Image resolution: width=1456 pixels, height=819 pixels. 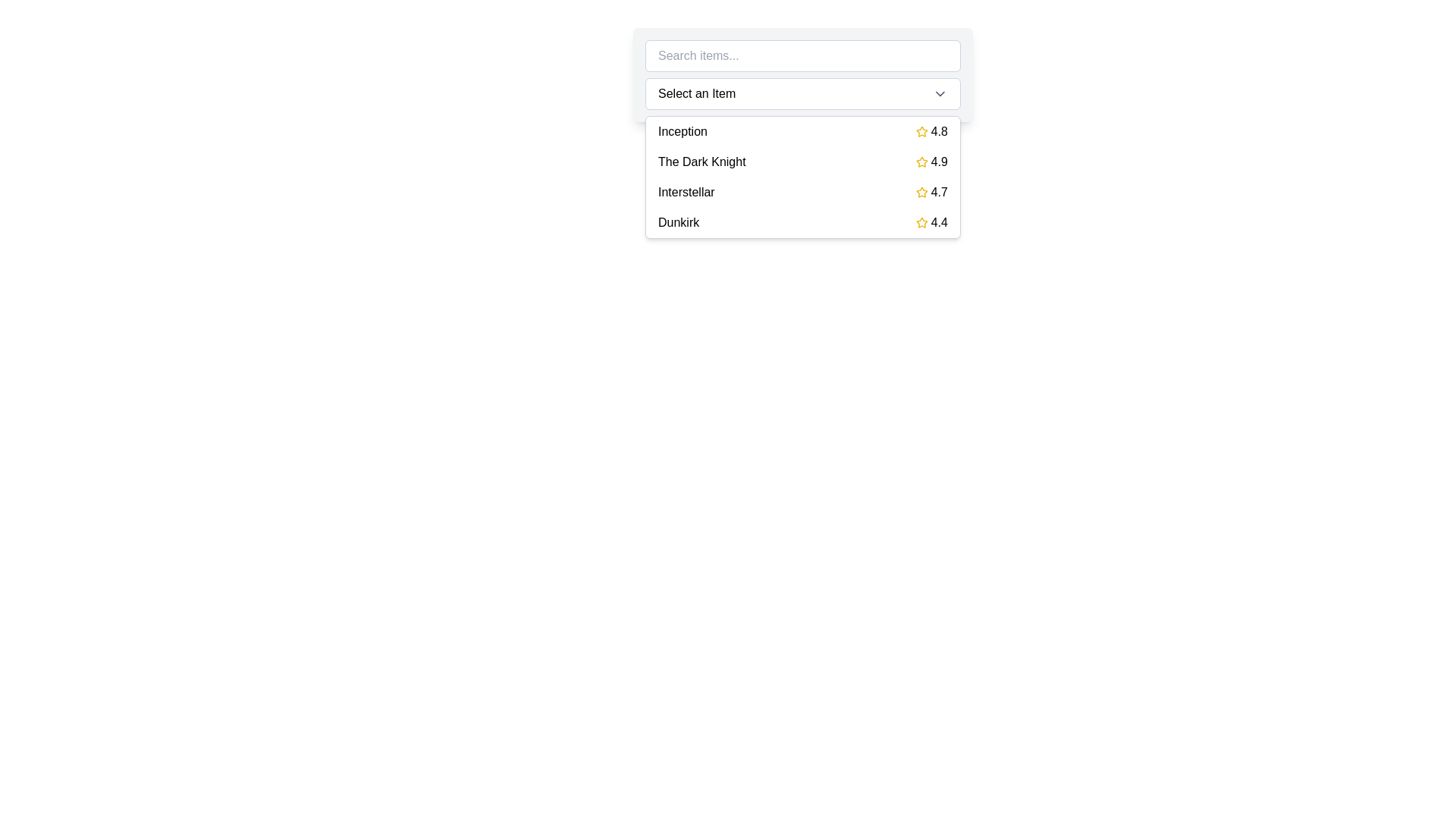 What do you see at coordinates (921, 162) in the screenshot?
I see `the rating indication icon next to 'The Dark Knight' in the list, which visually represents a score or ranking` at bounding box center [921, 162].